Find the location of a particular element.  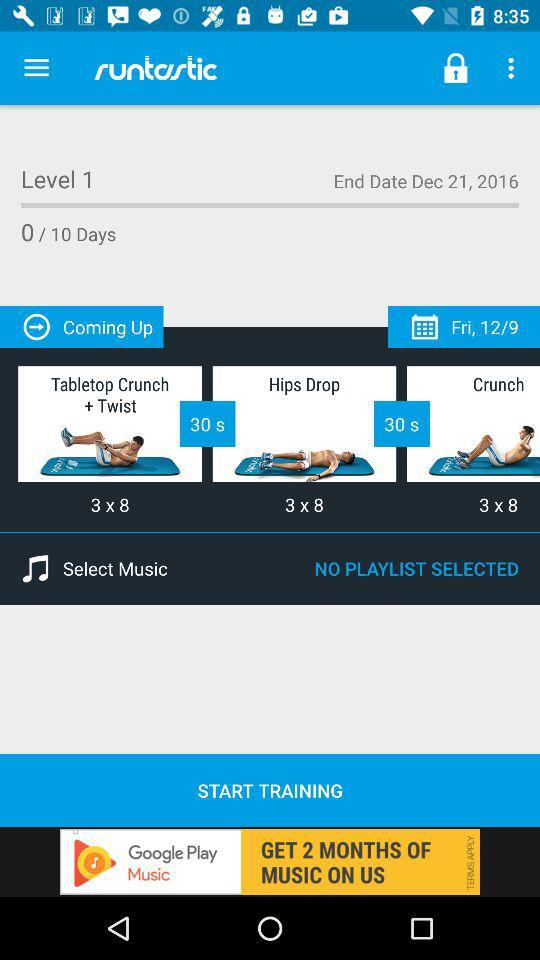

click on advertisement is located at coordinates (270, 860).